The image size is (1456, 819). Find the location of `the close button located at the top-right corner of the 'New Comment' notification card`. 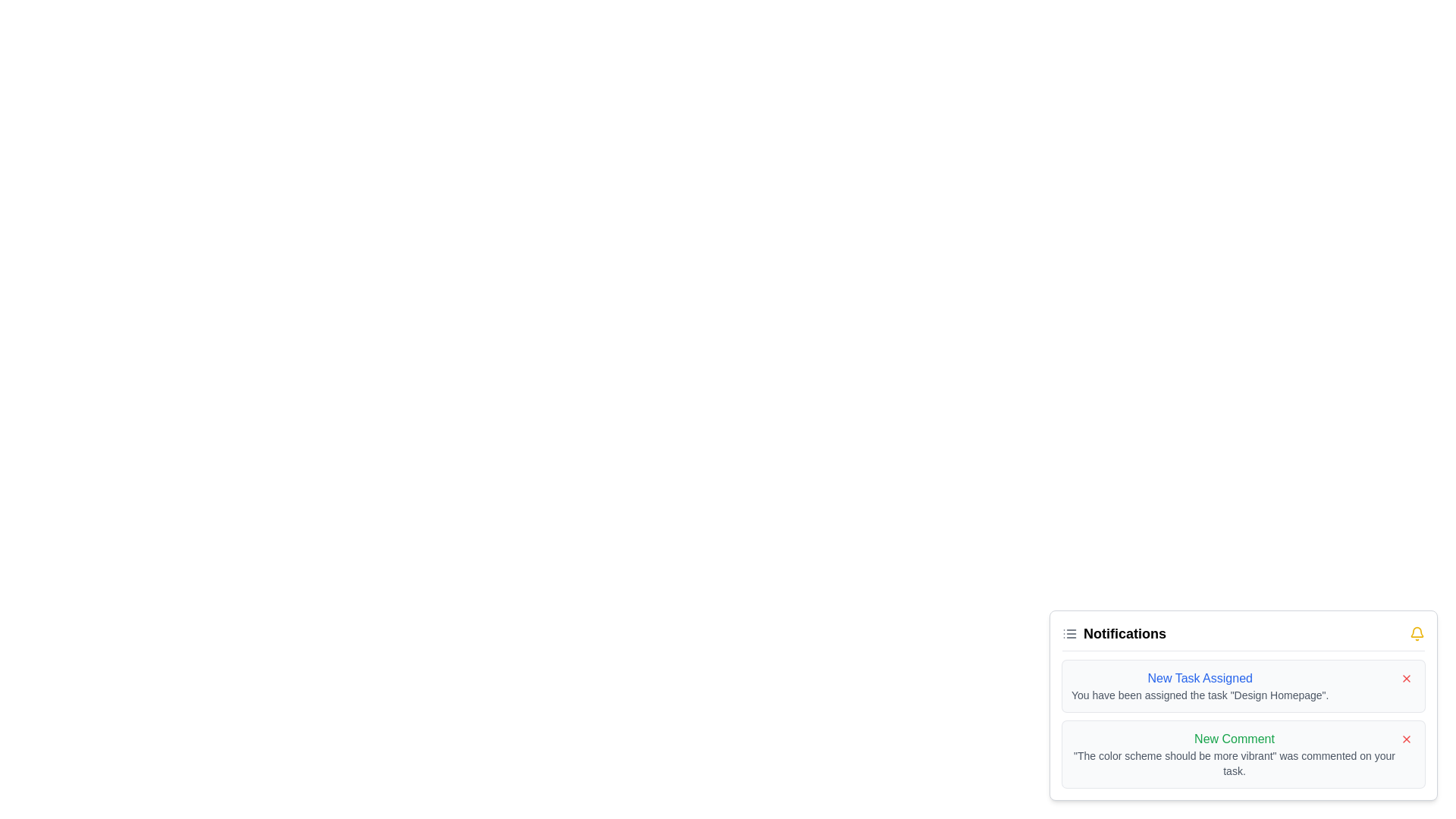

the close button located at the top-right corner of the 'New Comment' notification card is located at coordinates (1405, 739).